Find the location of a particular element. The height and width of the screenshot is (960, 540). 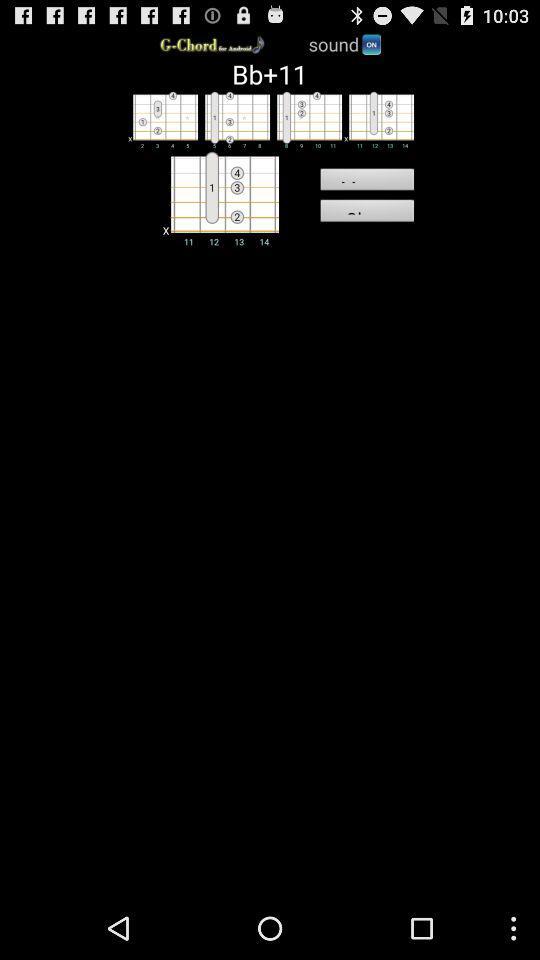

choose the image is located at coordinates (378, 119).